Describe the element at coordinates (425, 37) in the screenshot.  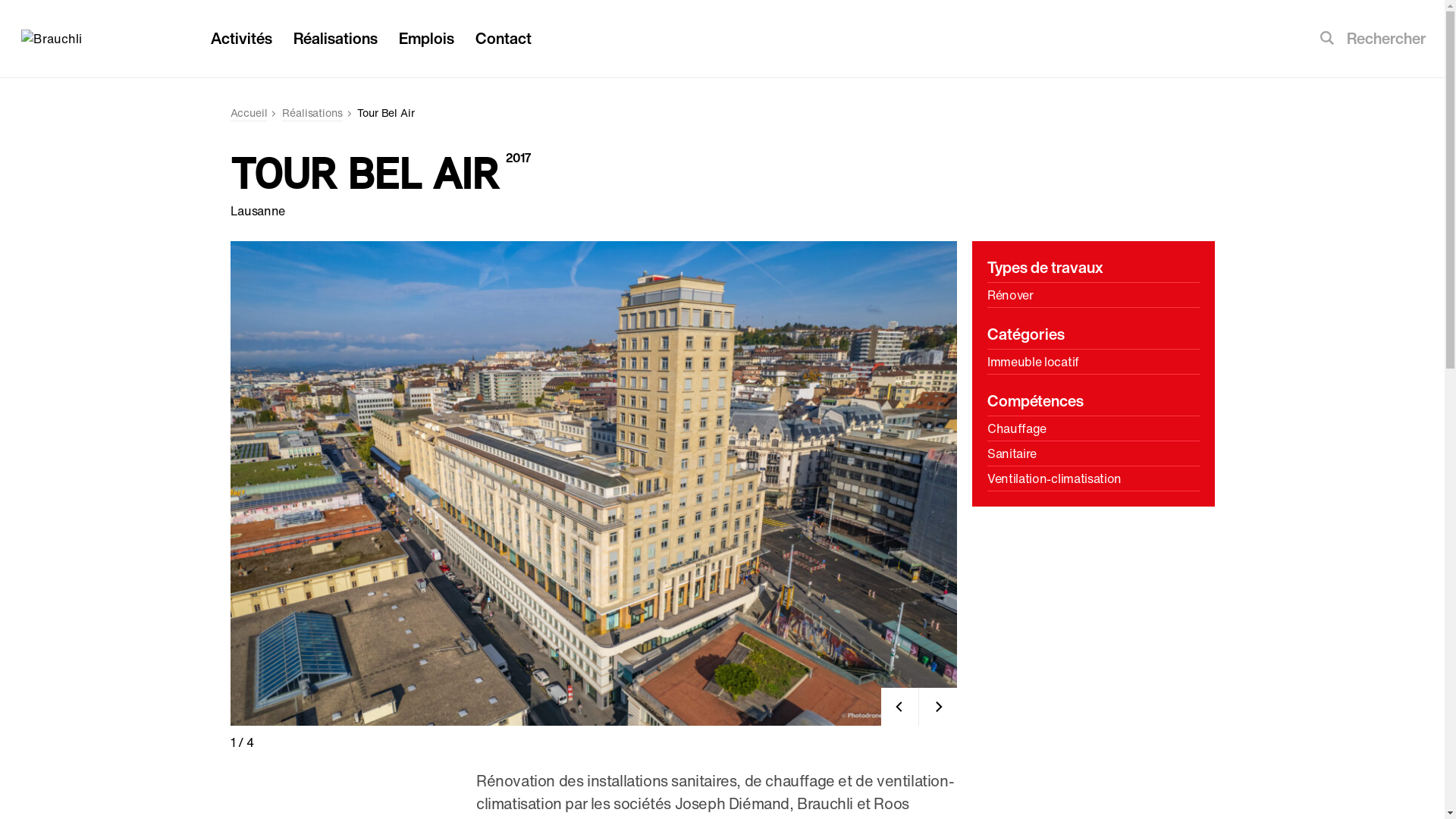
I see `'Emplois'` at that location.